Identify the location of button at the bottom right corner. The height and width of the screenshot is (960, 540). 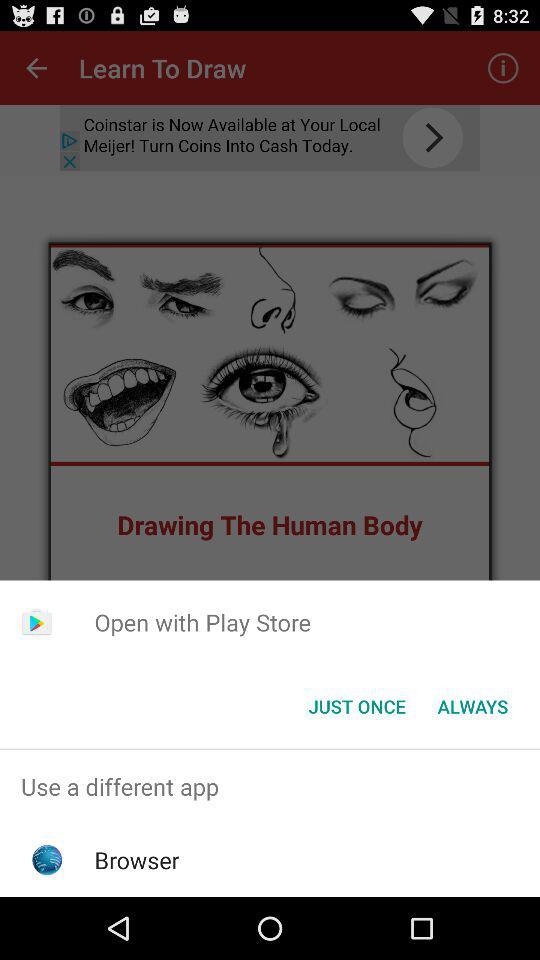
(472, 706).